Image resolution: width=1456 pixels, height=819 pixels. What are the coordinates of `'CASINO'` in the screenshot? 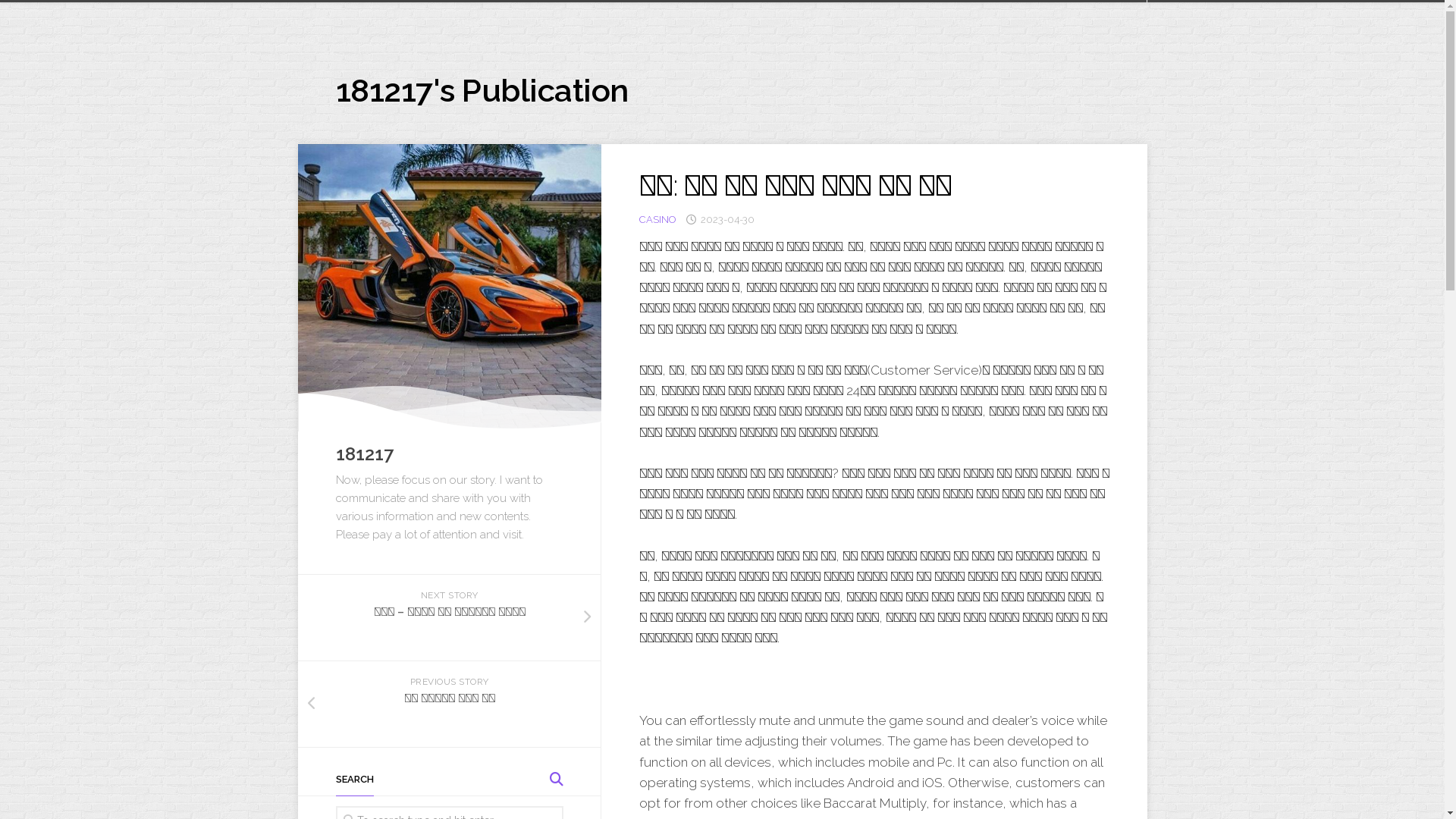 It's located at (656, 219).